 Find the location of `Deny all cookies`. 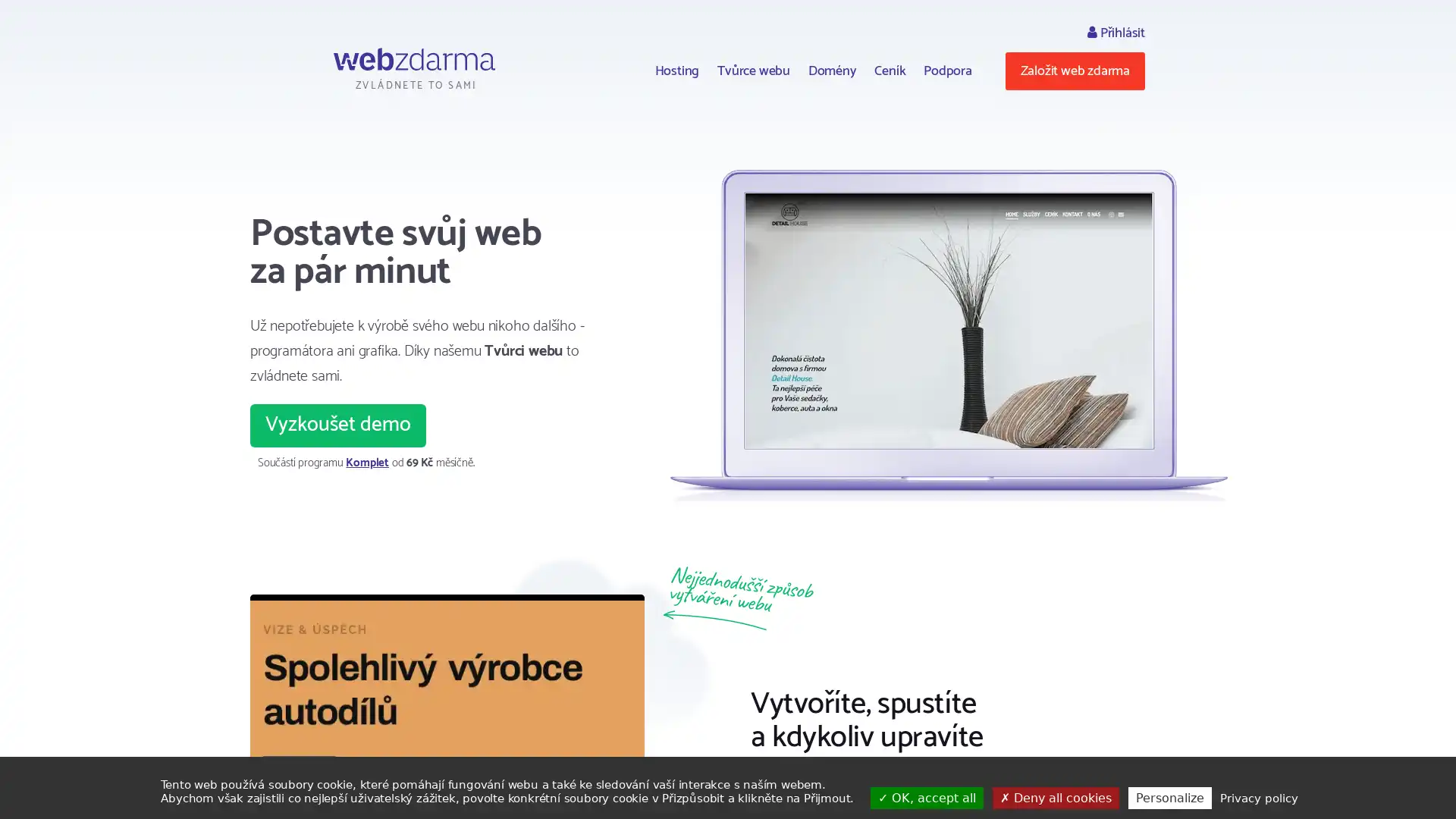

Deny all cookies is located at coordinates (1054, 797).